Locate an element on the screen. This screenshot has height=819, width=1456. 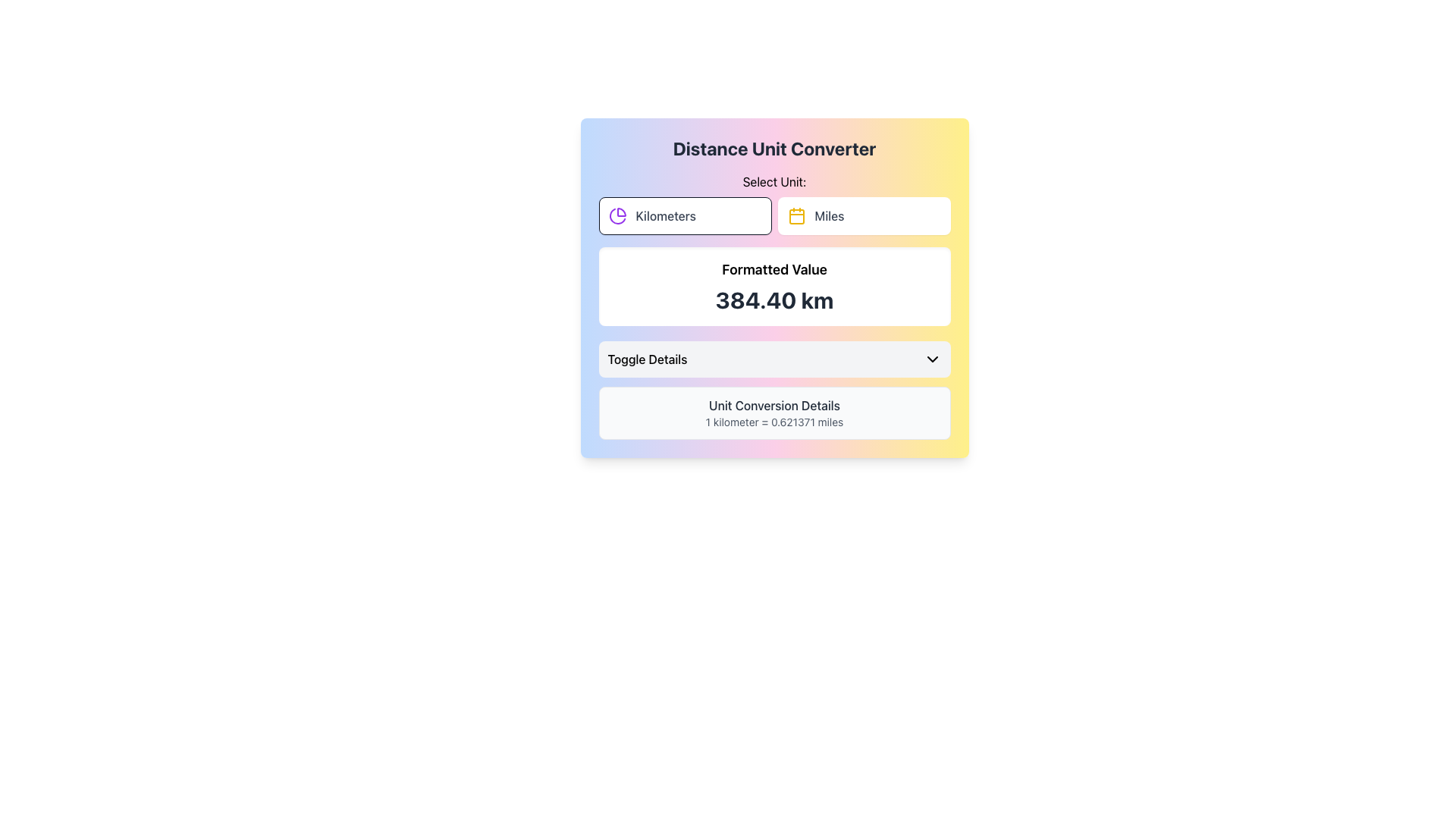
displayed value '384.40 km' from the centrally aligned text in the Text Display below the 'Formatted Value' label is located at coordinates (774, 300).